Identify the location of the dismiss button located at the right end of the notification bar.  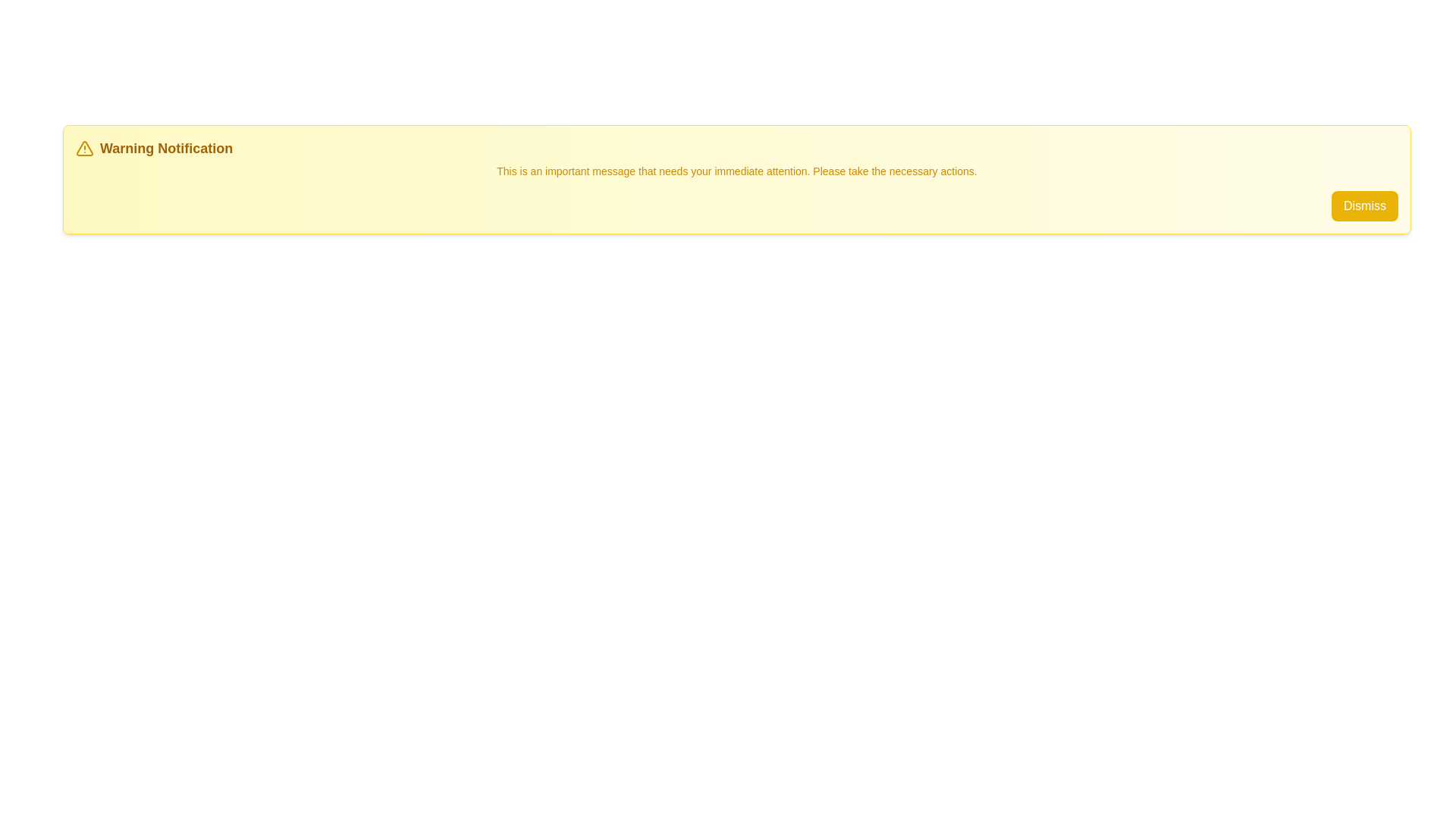
(1365, 206).